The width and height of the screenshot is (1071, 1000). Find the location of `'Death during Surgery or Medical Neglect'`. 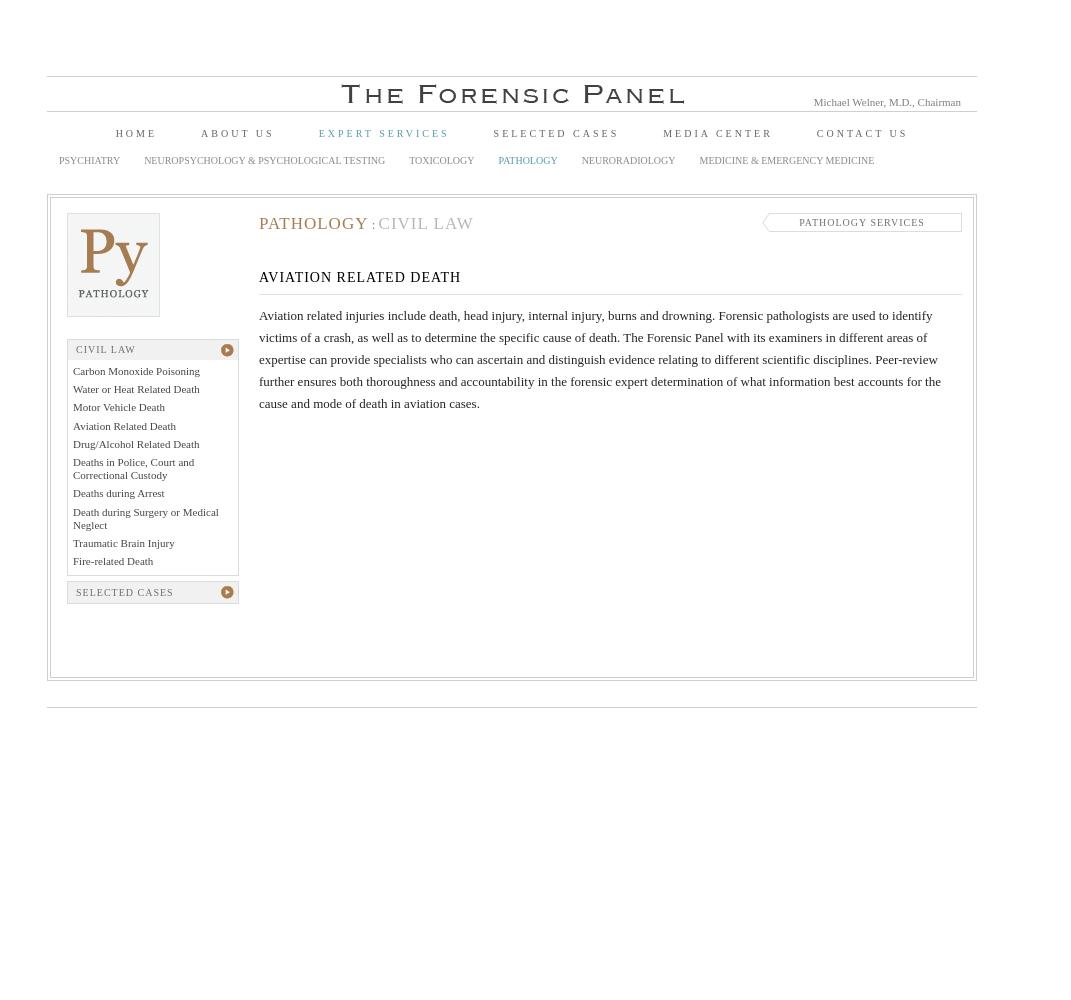

'Death during Surgery or Medical Neglect' is located at coordinates (145, 517).